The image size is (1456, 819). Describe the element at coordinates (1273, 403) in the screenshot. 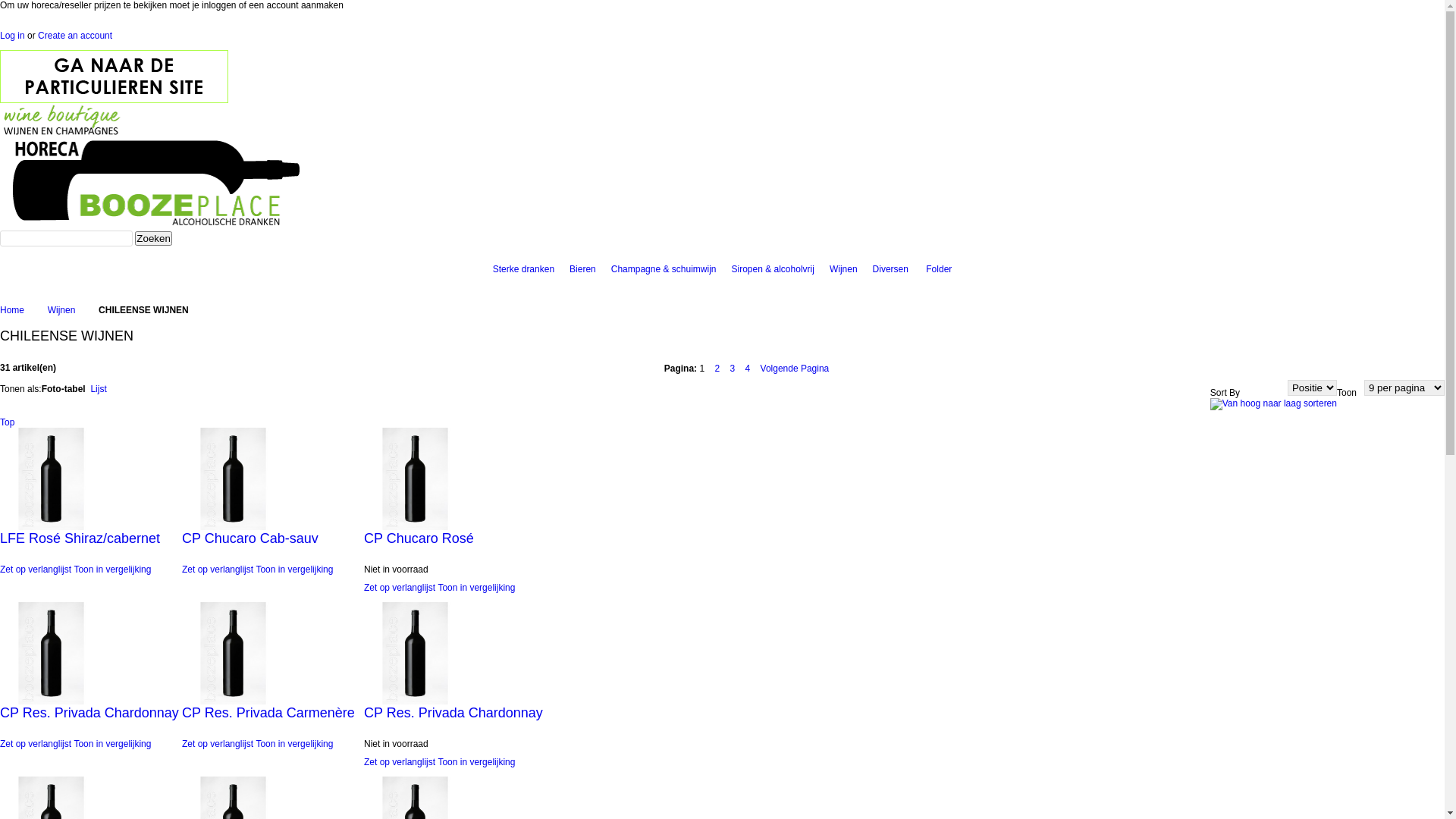

I see `'Van hoog naar laag sorteren'` at that location.